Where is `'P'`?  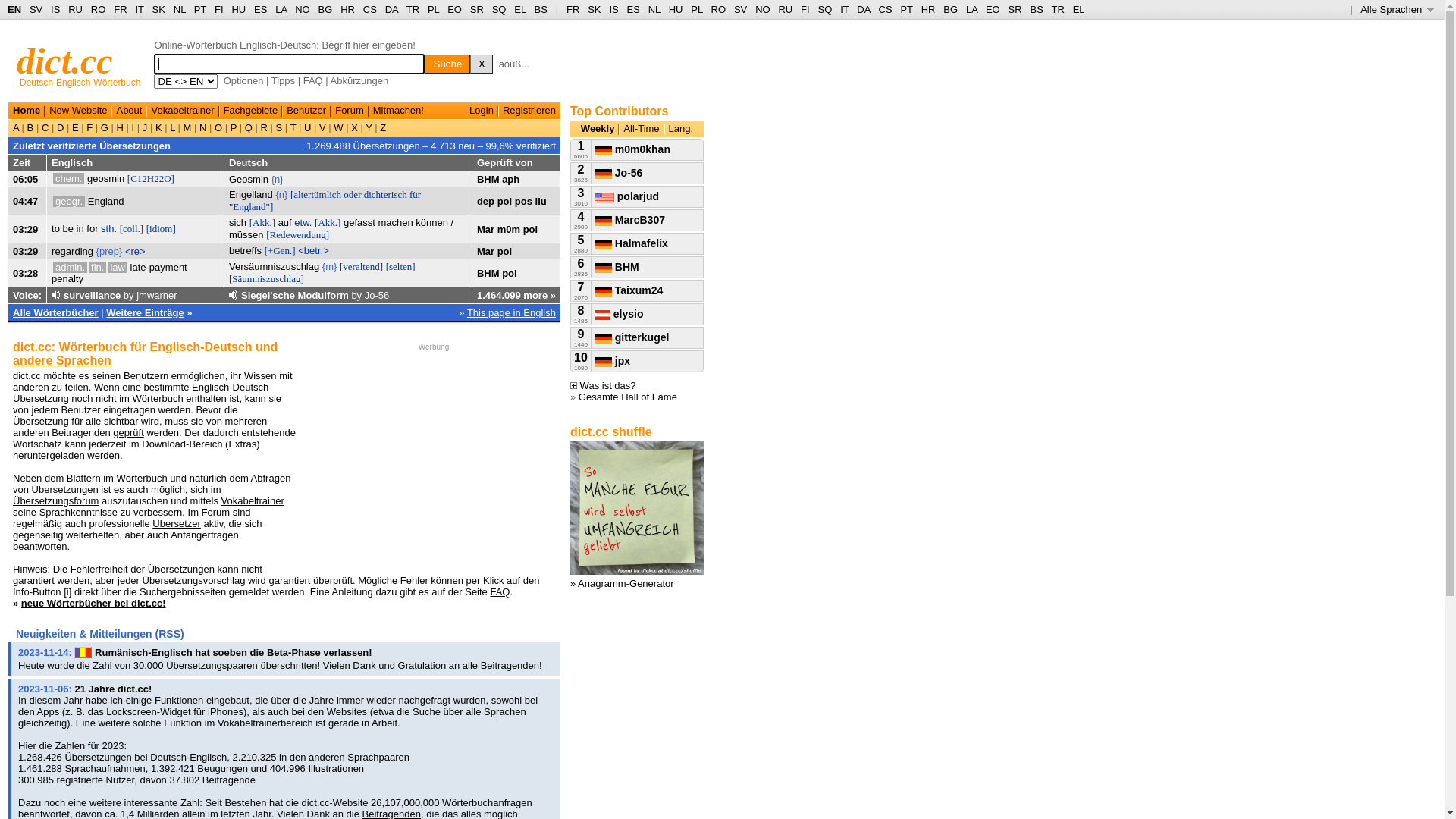 'P' is located at coordinates (226, 127).